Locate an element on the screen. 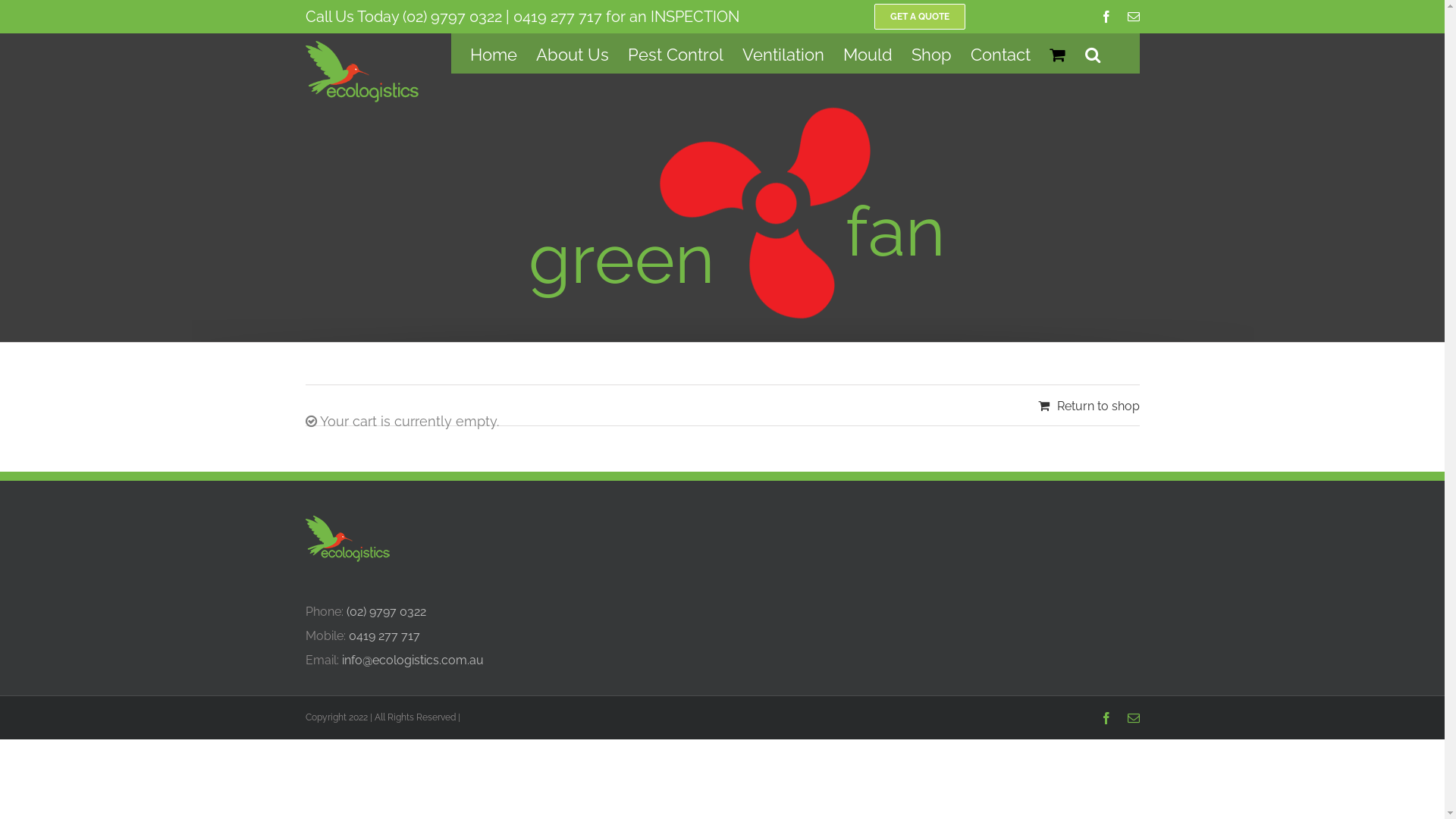  'Email' is located at coordinates (1127, 717).